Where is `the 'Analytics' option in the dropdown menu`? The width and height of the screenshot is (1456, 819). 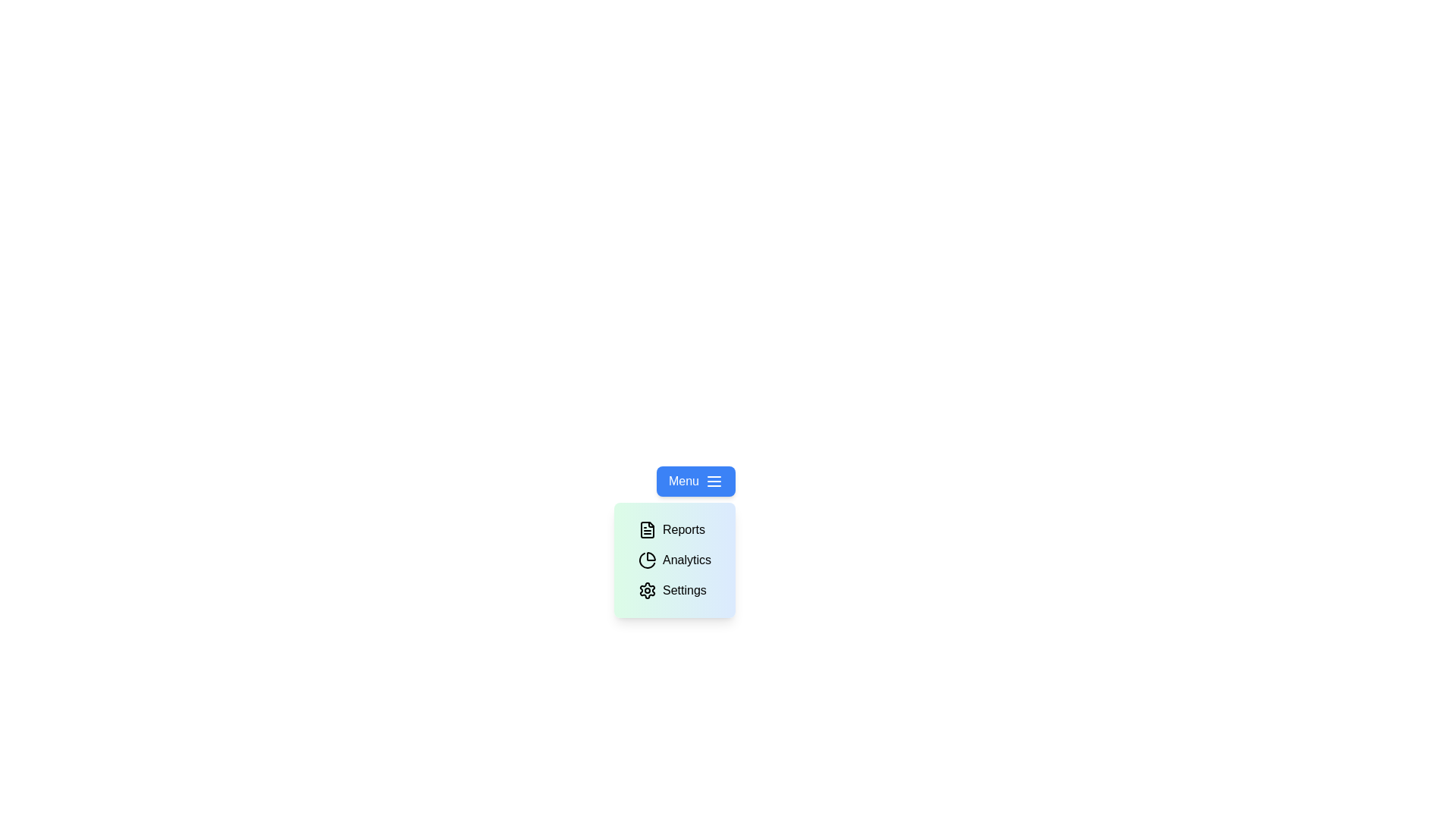 the 'Analytics' option in the dropdown menu is located at coordinates (673, 560).